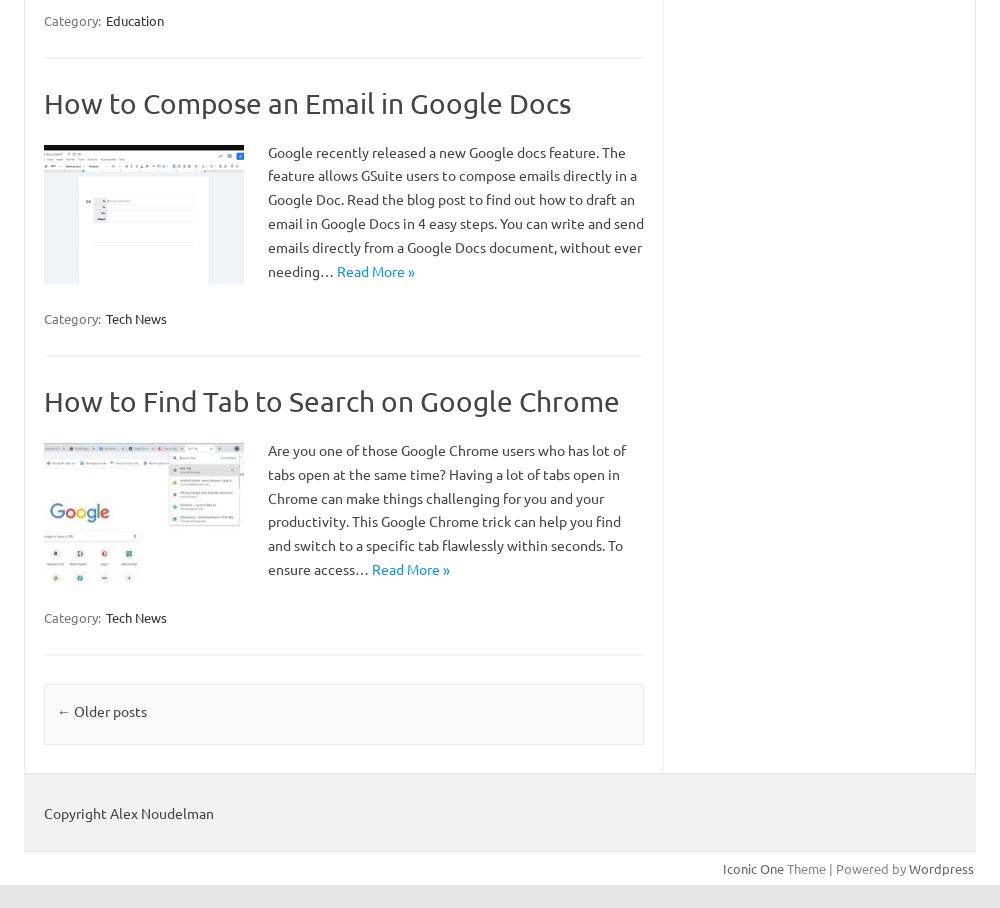 The width and height of the screenshot is (1000, 908). What do you see at coordinates (331, 400) in the screenshot?
I see `'How to Find Tab to Search on Google Chrome'` at bounding box center [331, 400].